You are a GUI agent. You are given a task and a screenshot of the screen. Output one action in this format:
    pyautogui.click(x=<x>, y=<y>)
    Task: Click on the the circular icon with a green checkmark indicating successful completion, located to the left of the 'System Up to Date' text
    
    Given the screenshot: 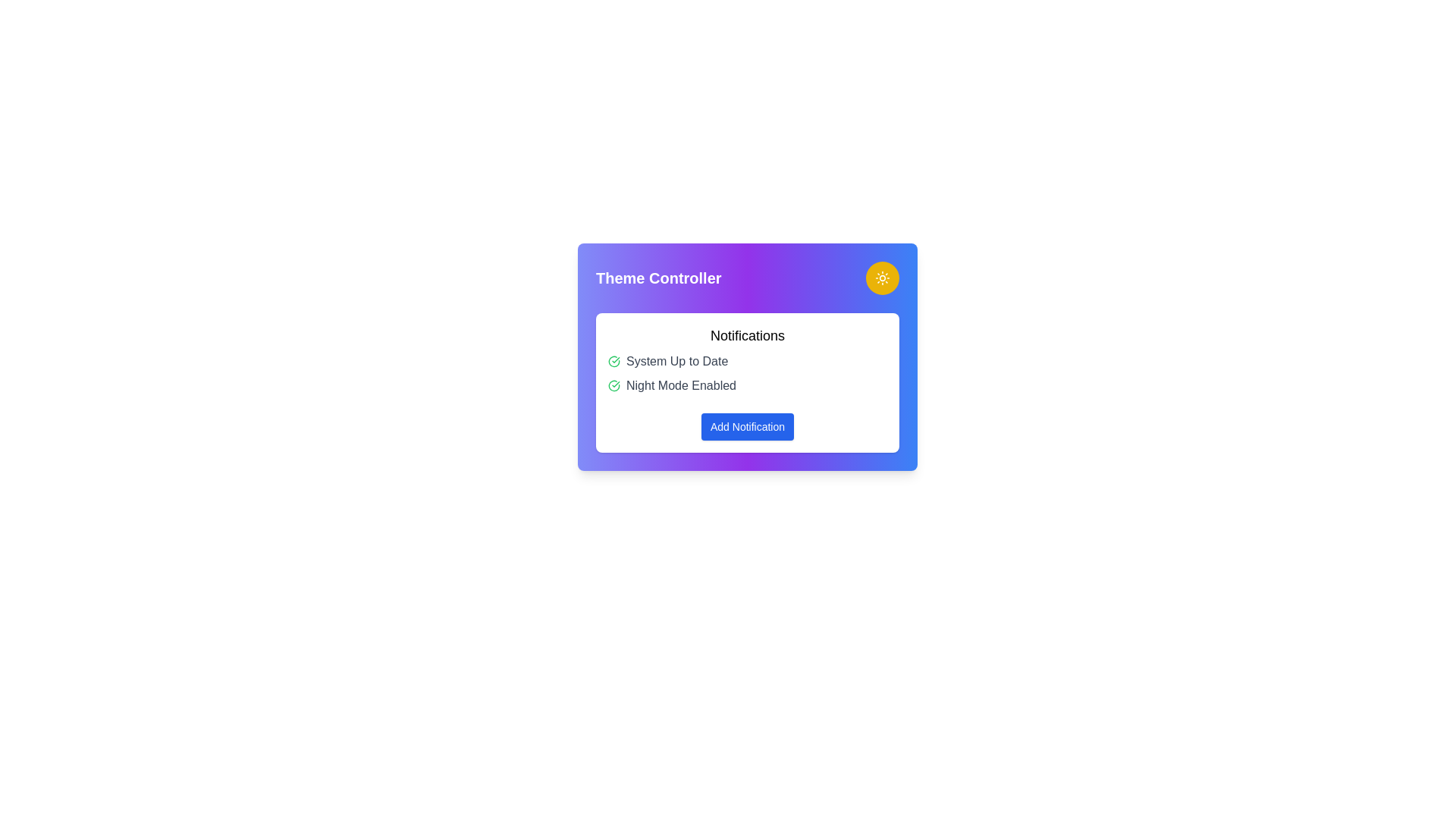 What is the action you would take?
    pyautogui.click(x=614, y=362)
    